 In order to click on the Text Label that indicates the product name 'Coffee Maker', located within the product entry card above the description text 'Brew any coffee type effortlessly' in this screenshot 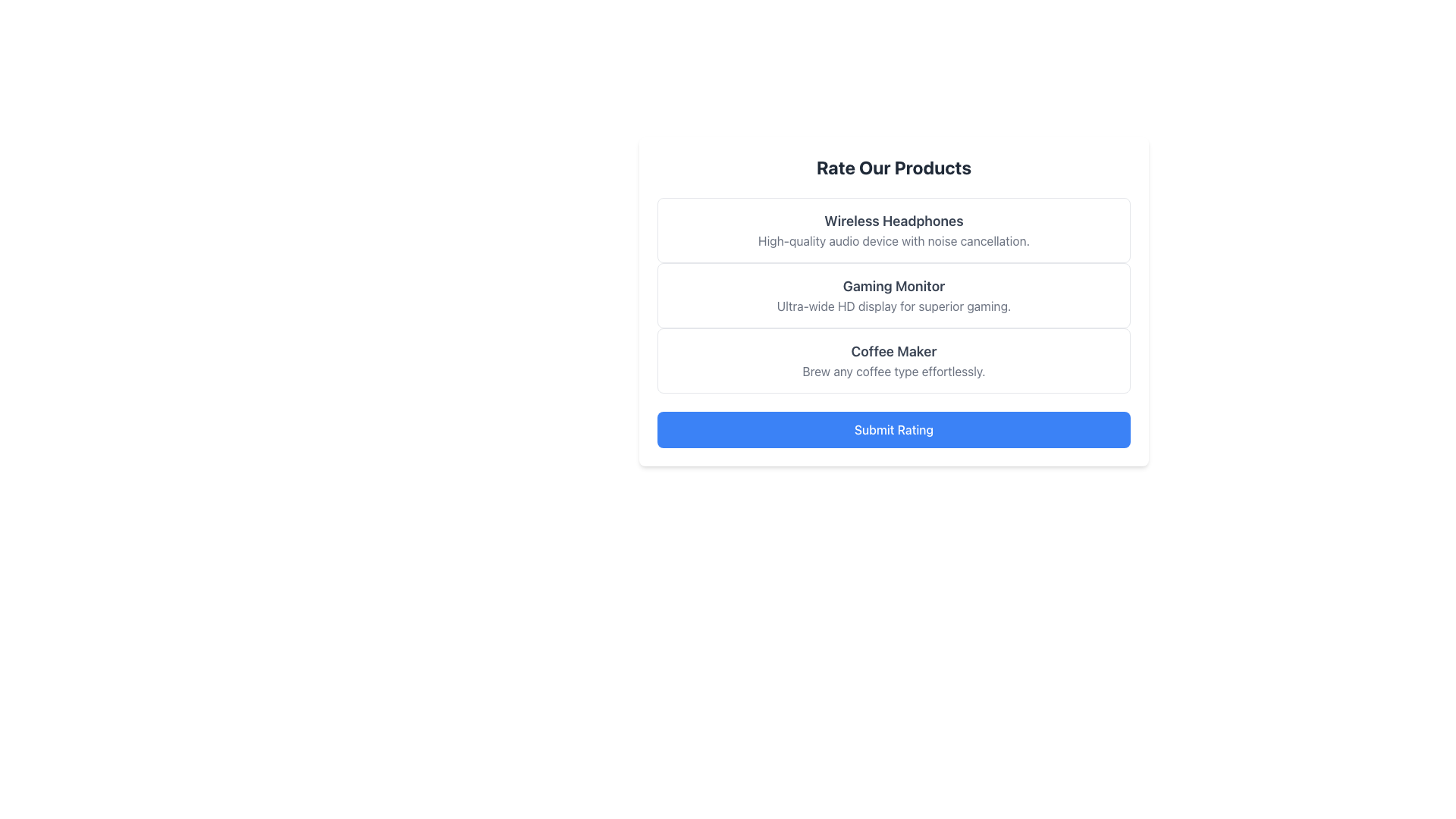, I will do `click(894, 351)`.